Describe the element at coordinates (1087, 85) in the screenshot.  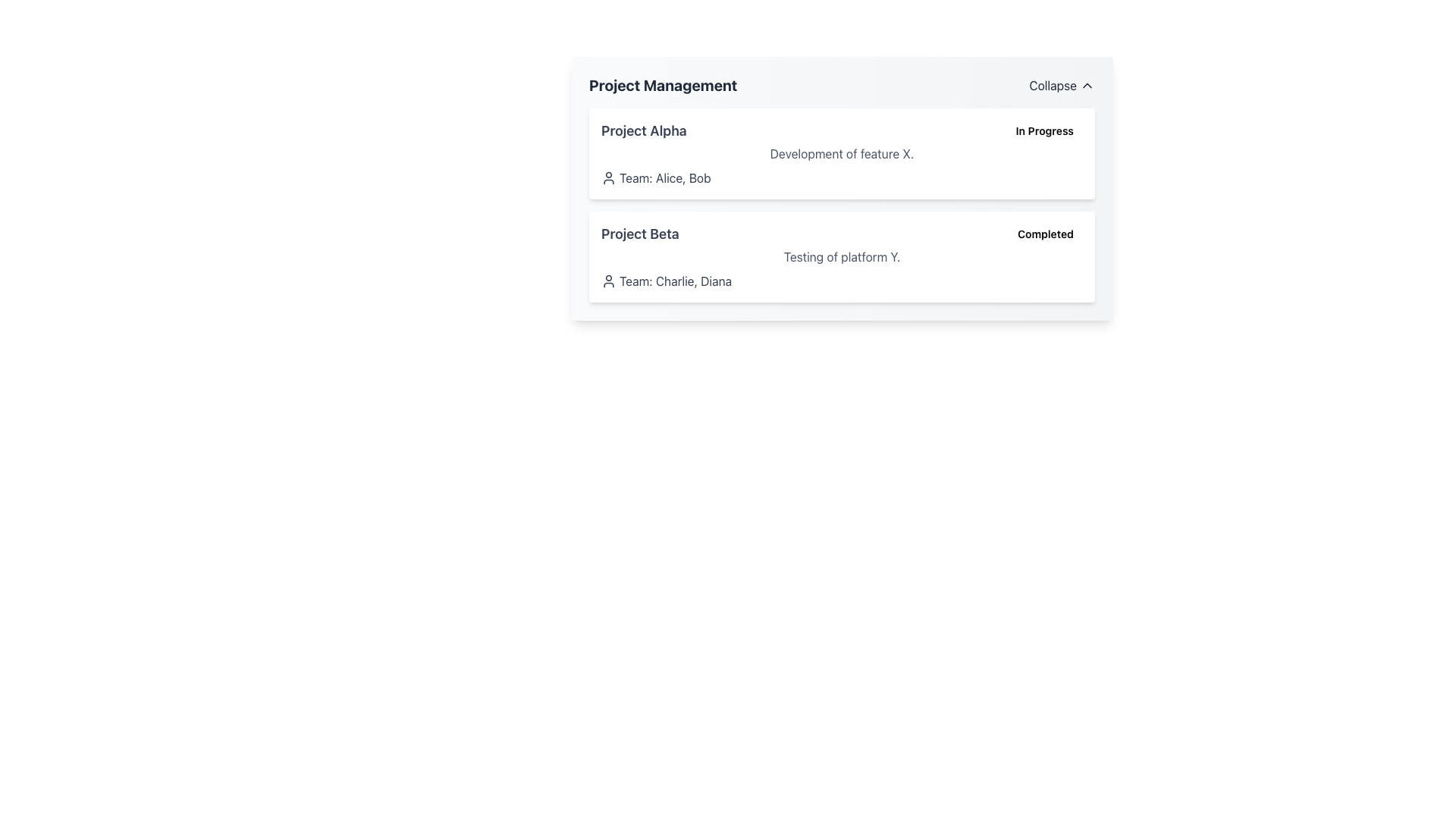
I see `the Chevron icon located to the right of the 'Collapse' text in the top-right corner of the 'Project Management' card` at that location.